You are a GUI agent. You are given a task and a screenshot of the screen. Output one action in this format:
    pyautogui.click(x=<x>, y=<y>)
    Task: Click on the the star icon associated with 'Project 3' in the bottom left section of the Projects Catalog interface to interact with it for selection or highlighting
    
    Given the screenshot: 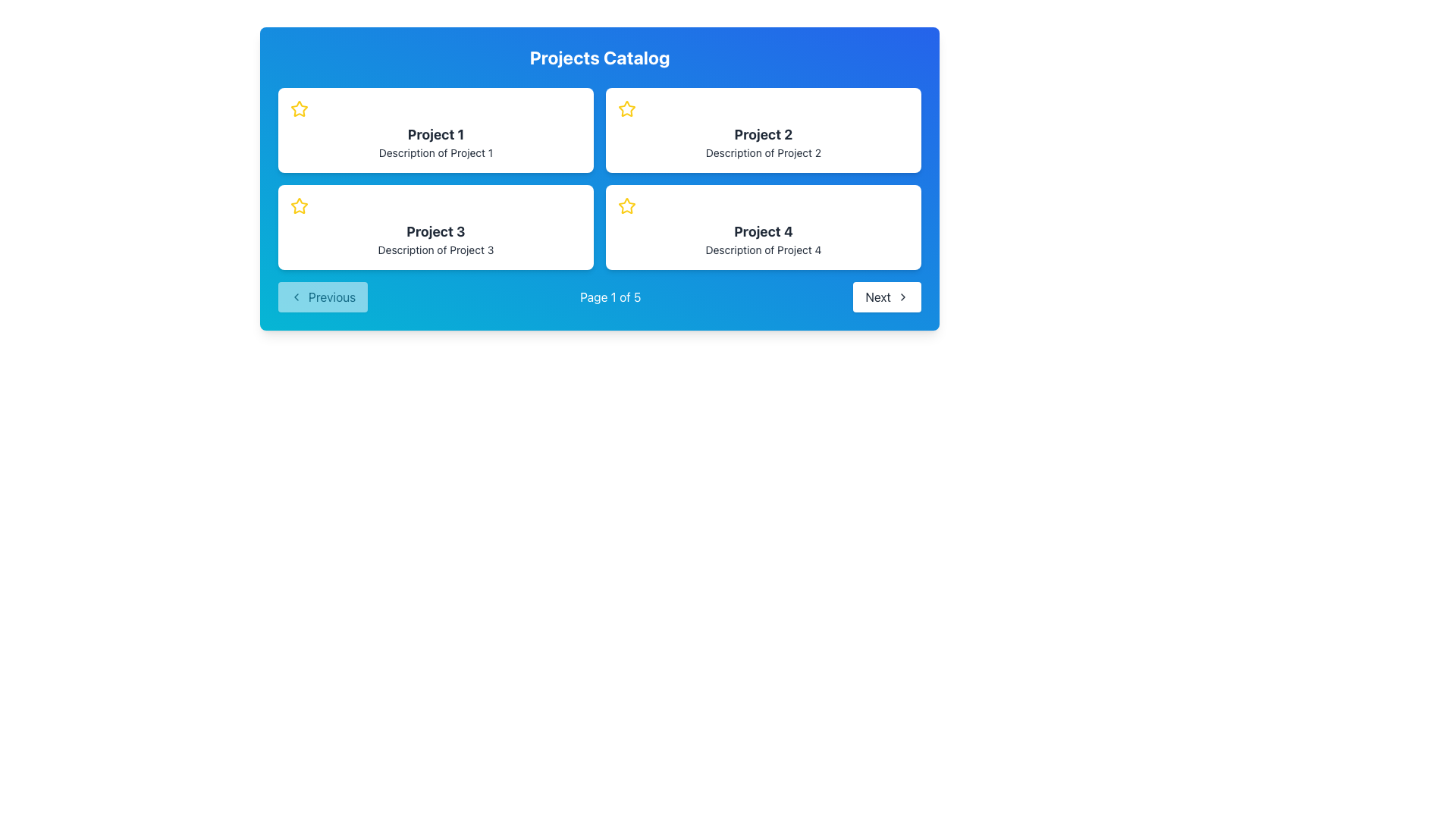 What is the action you would take?
    pyautogui.click(x=299, y=206)
    